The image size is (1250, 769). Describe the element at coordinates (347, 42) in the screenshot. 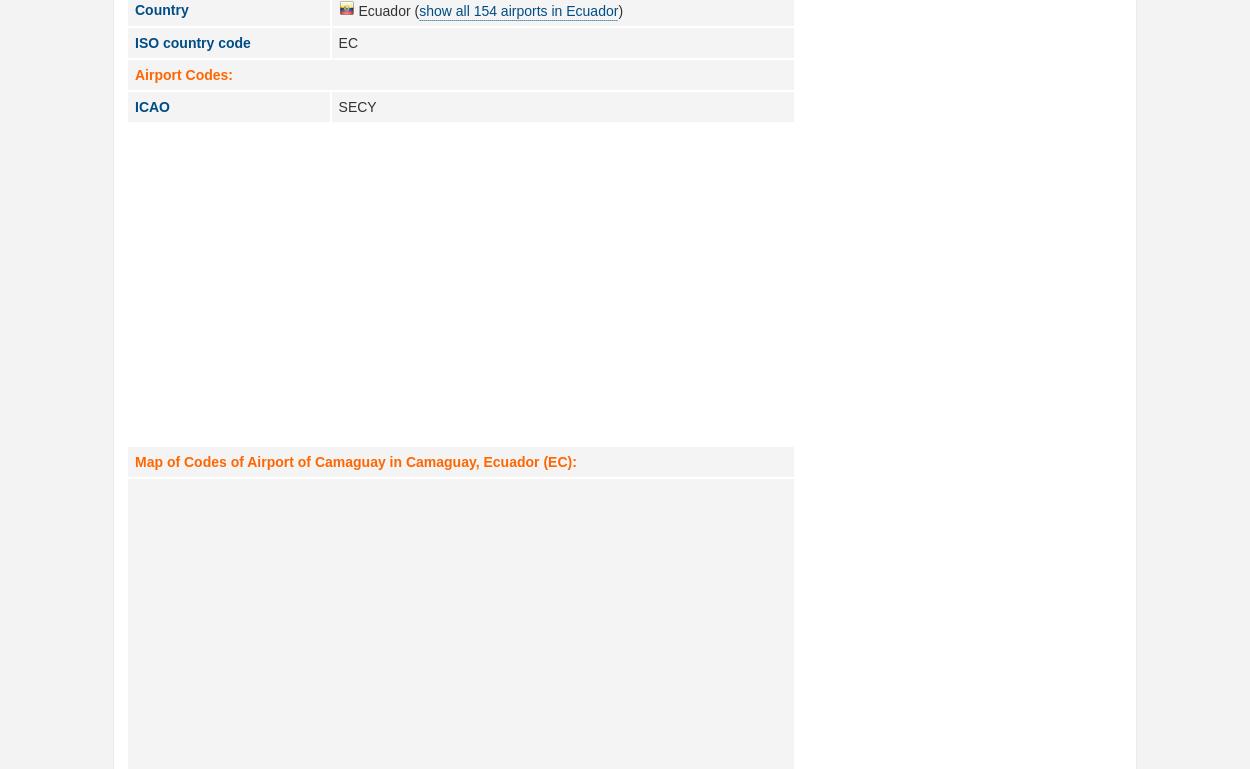

I see `'EC'` at that location.